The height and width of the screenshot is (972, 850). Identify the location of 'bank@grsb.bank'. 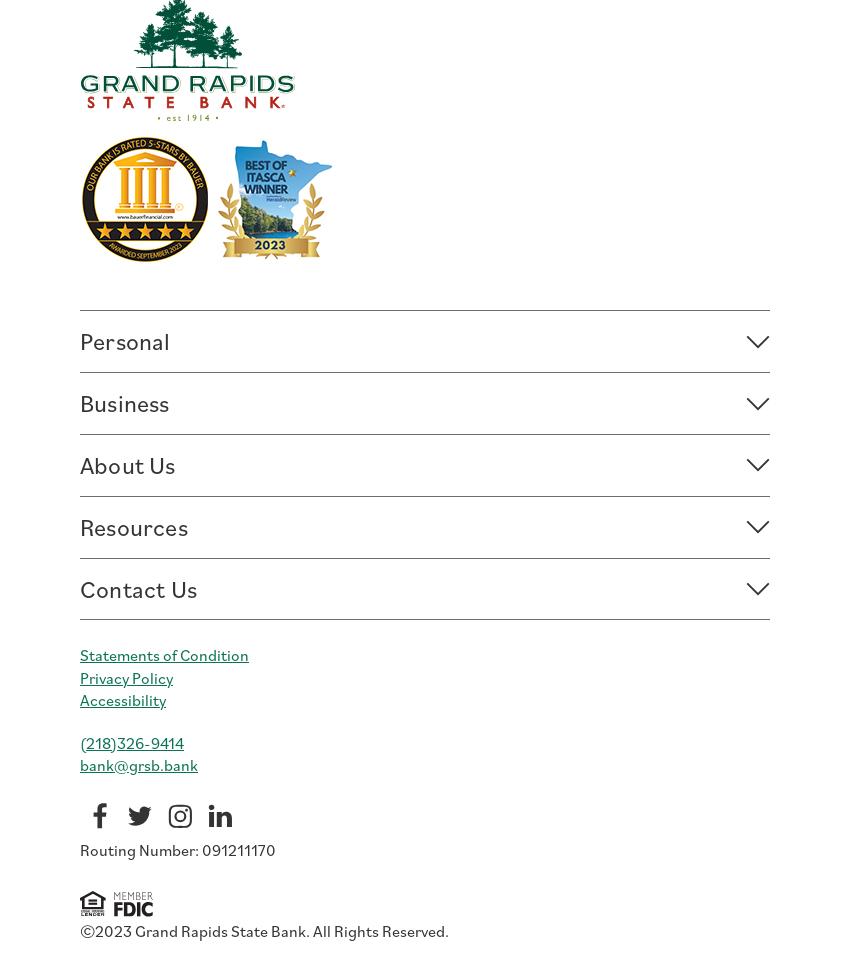
(79, 763).